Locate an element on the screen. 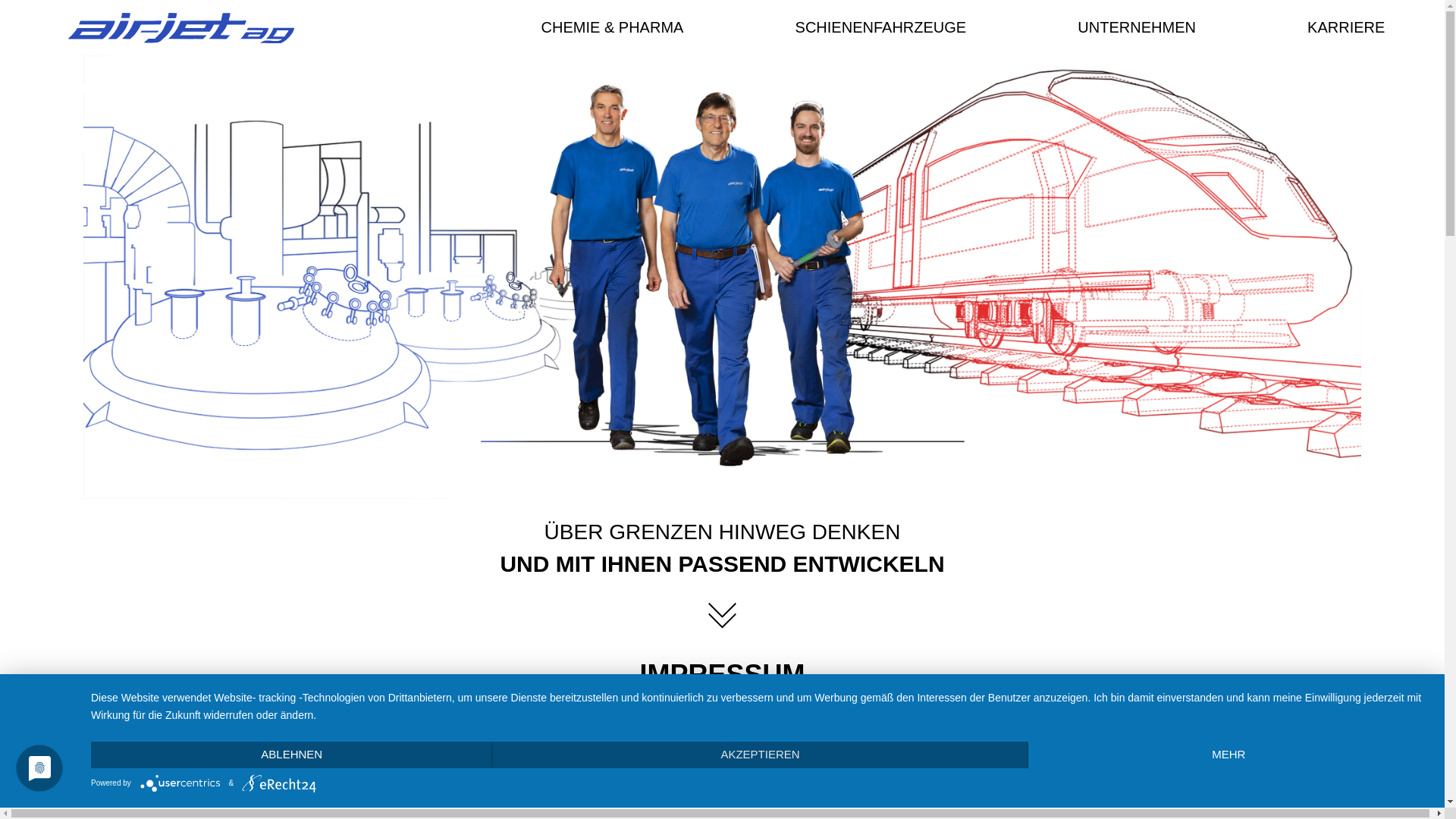 The height and width of the screenshot is (819, 1456). 'UNTERNEHMEN' is located at coordinates (1141, 27).